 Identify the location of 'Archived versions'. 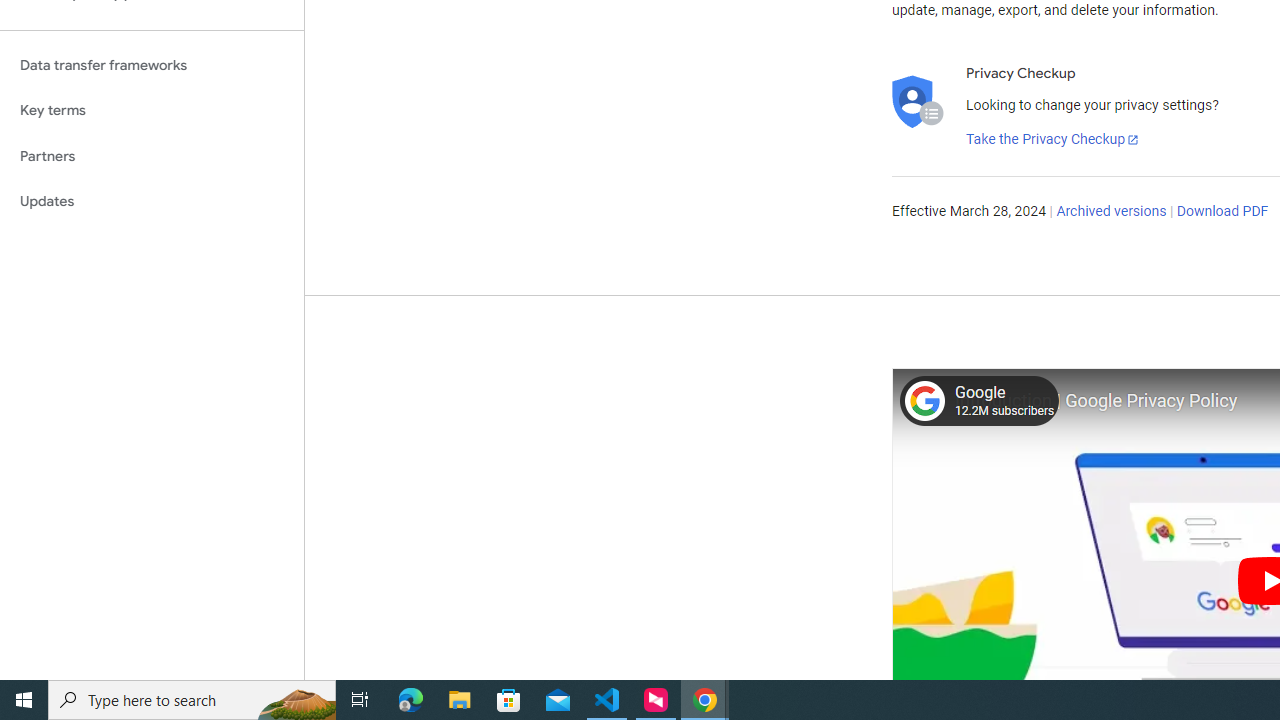
(1110, 212).